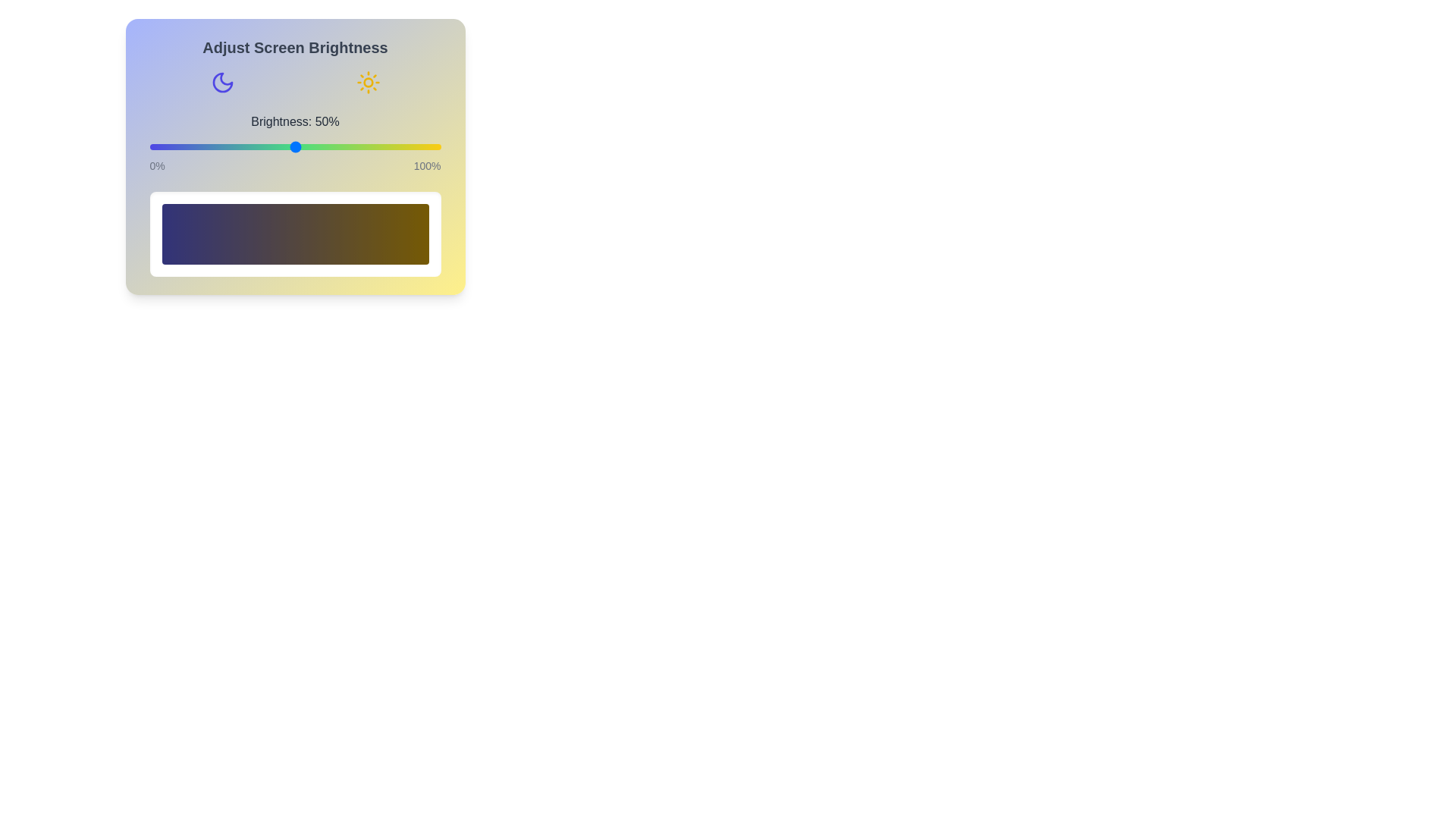 The image size is (1456, 819). I want to click on the brightness to 96% using the slider, so click(428, 146).